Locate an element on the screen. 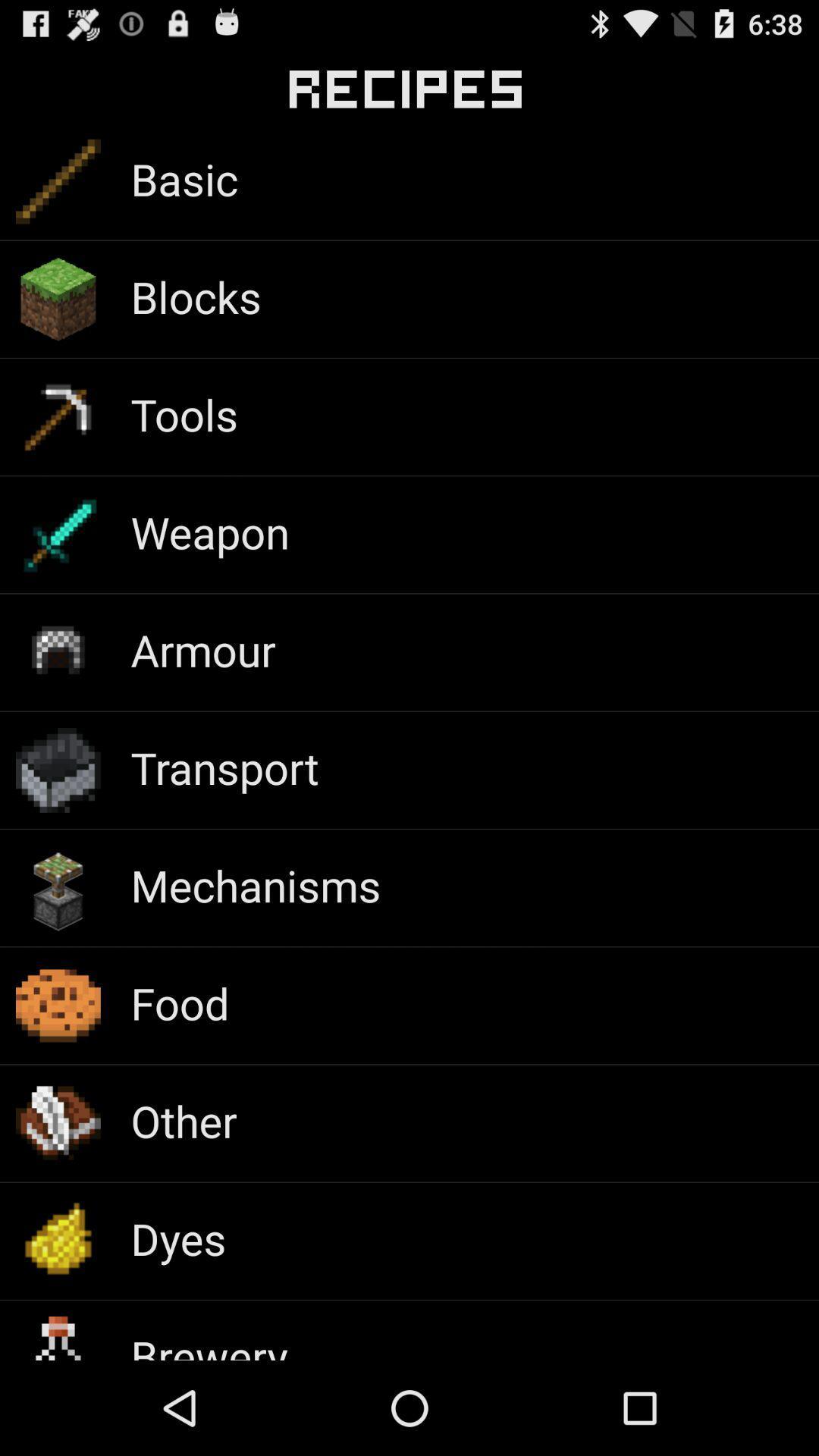 The image size is (819, 1456). item below the weapon app is located at coordinates (202, 649).